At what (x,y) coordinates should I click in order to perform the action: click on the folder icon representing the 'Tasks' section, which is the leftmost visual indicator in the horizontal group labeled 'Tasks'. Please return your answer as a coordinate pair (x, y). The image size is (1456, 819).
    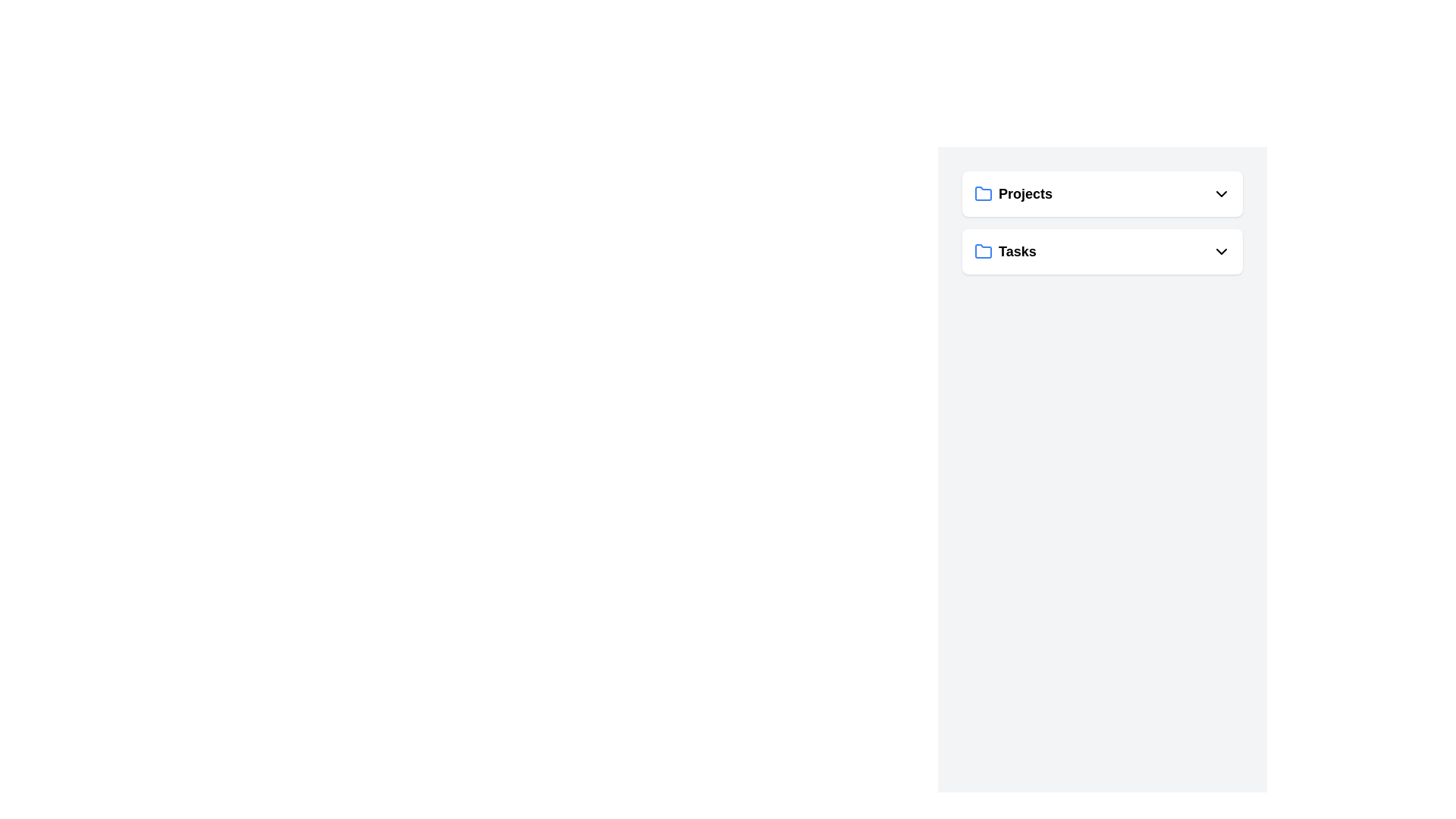
    Looking at the image, I should click on (983, 250).